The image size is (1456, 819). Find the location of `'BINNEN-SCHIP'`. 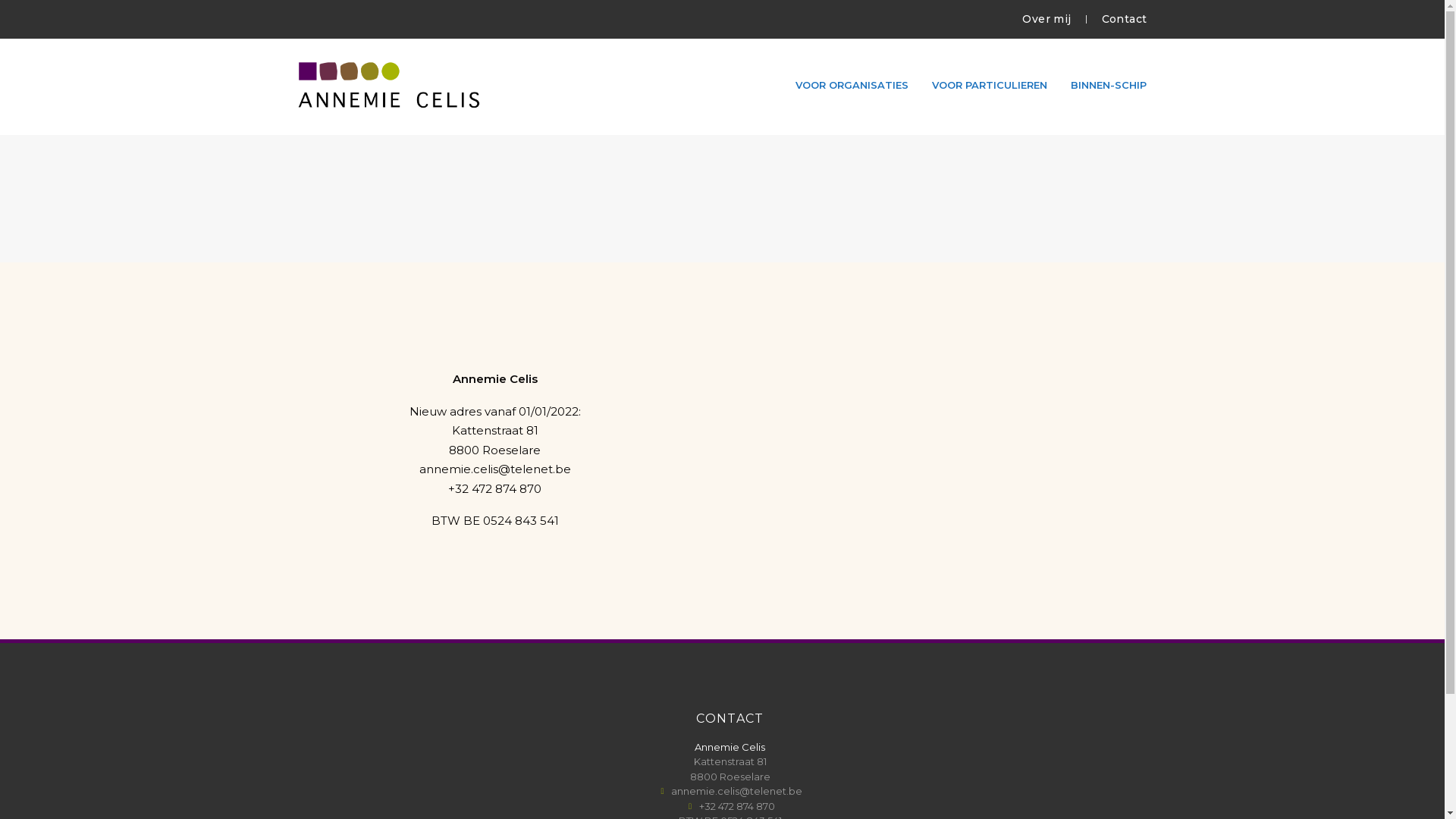

'BINNEN-SCHIP' is located at coordinates (1109, 84).